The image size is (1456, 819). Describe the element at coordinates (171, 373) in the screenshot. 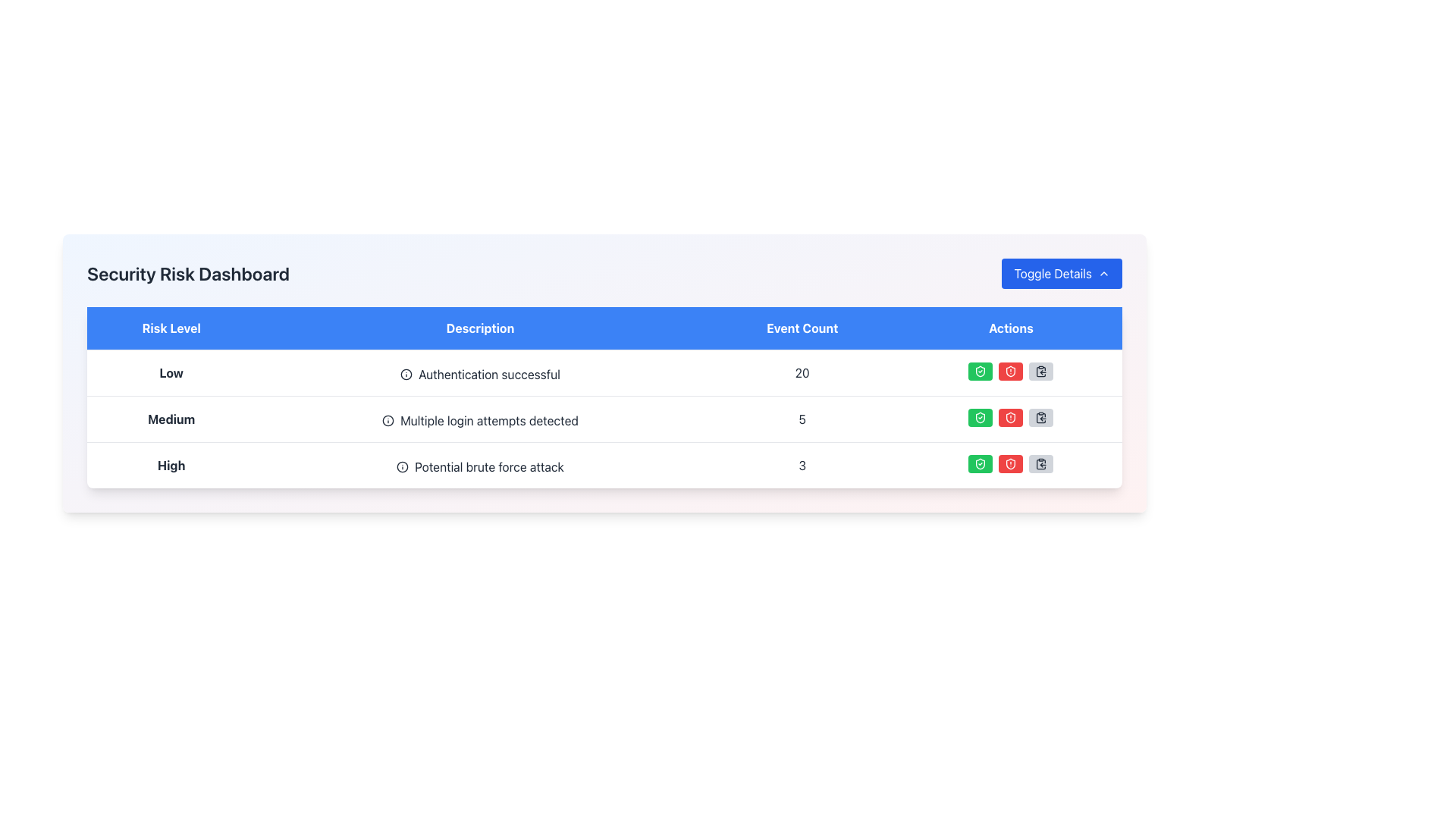

I see `text label indicating the risk level located in the leftmost column of the data table under the 'Risk Level' header, specifically in the first row next to 'Authentication successful' with the value '20'` at that location.